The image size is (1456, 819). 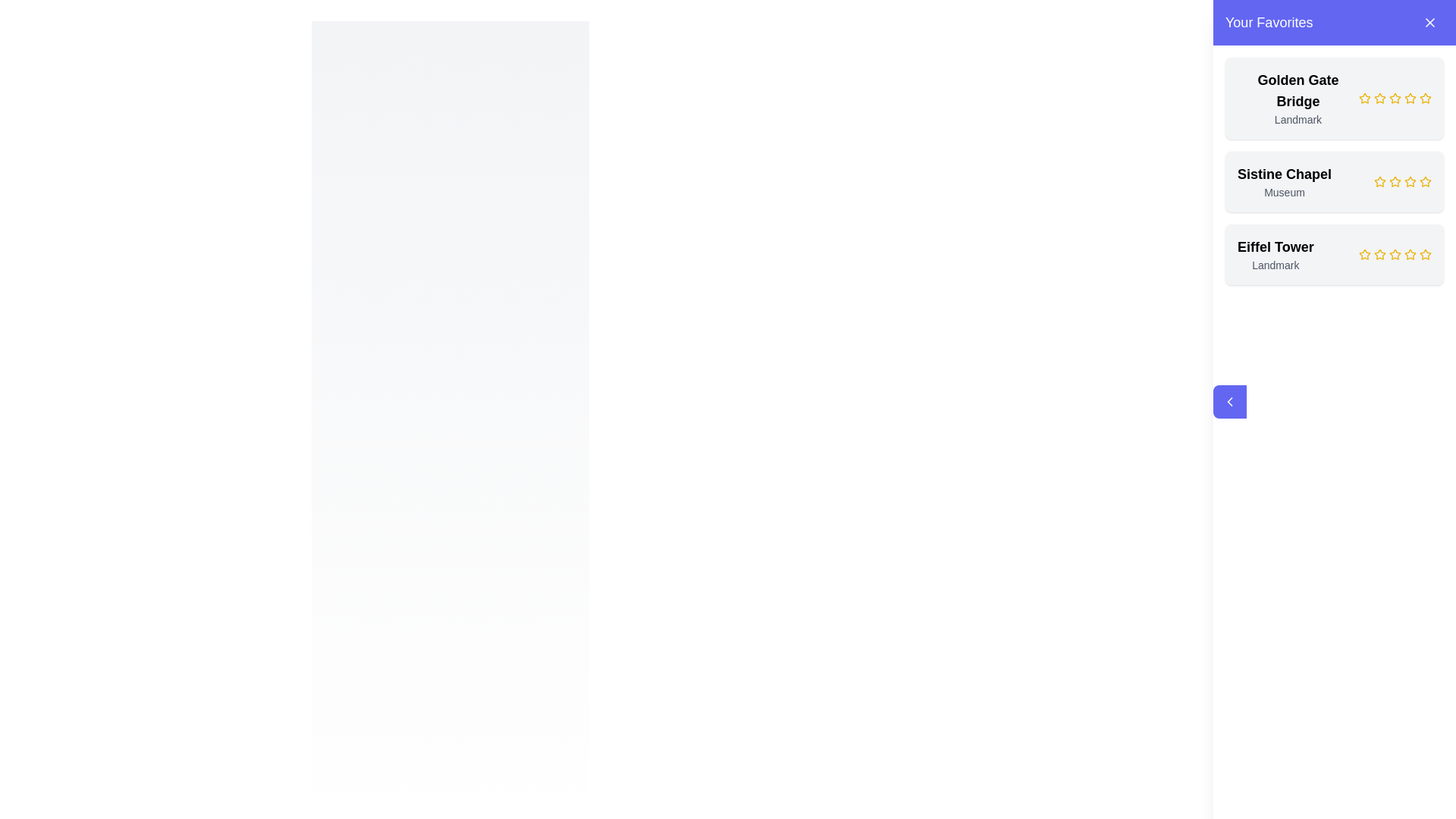 What do you see at coordinates (1425, 253) in the screenshot?
I see `the fifth star icon in the rating system for the 'Eiffel Tower' card` at bounding box center [1425, 253].